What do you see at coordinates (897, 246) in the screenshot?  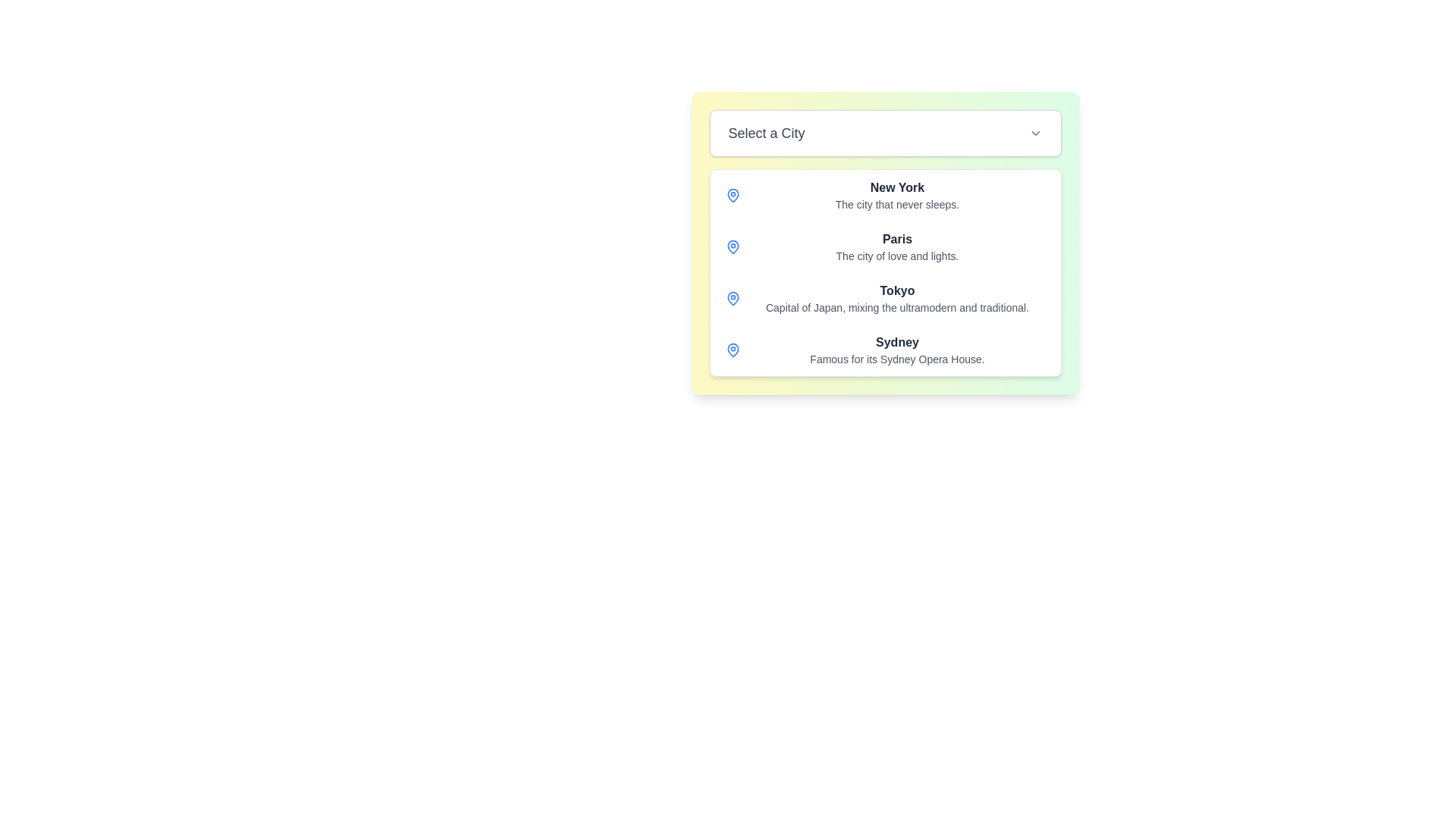 I see `the text label displaying the city name 'Paris' which is located between 'New York' and 'Tokyo' in the location selection menu` at bounding box center [897, 246].